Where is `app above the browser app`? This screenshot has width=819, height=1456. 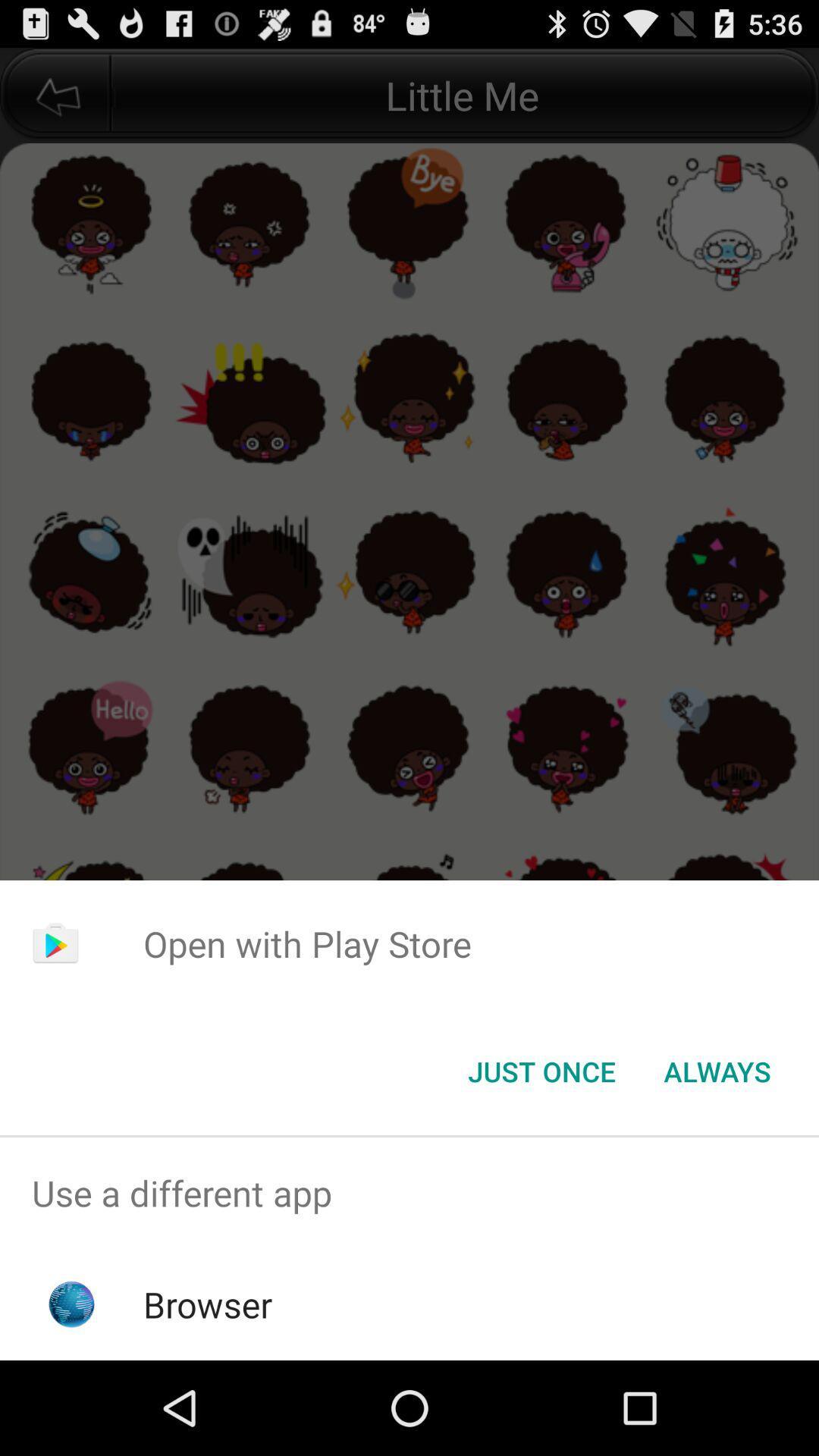
app above the browser app is located at coordinates (409, 1192).